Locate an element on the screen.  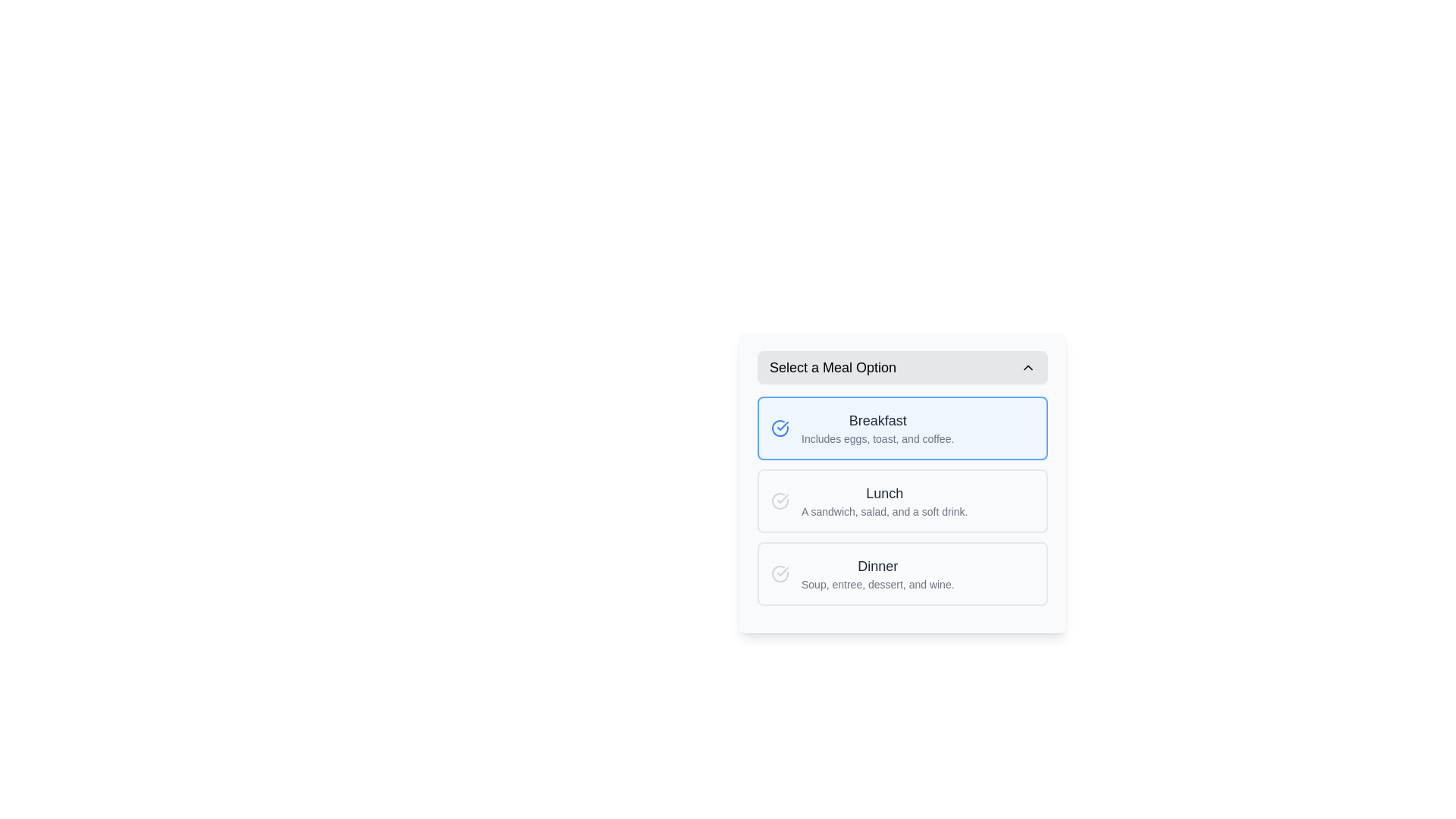
to select the 'Dinner' meal option from the vertical list of selectable options is located at coordinates (902, 573).